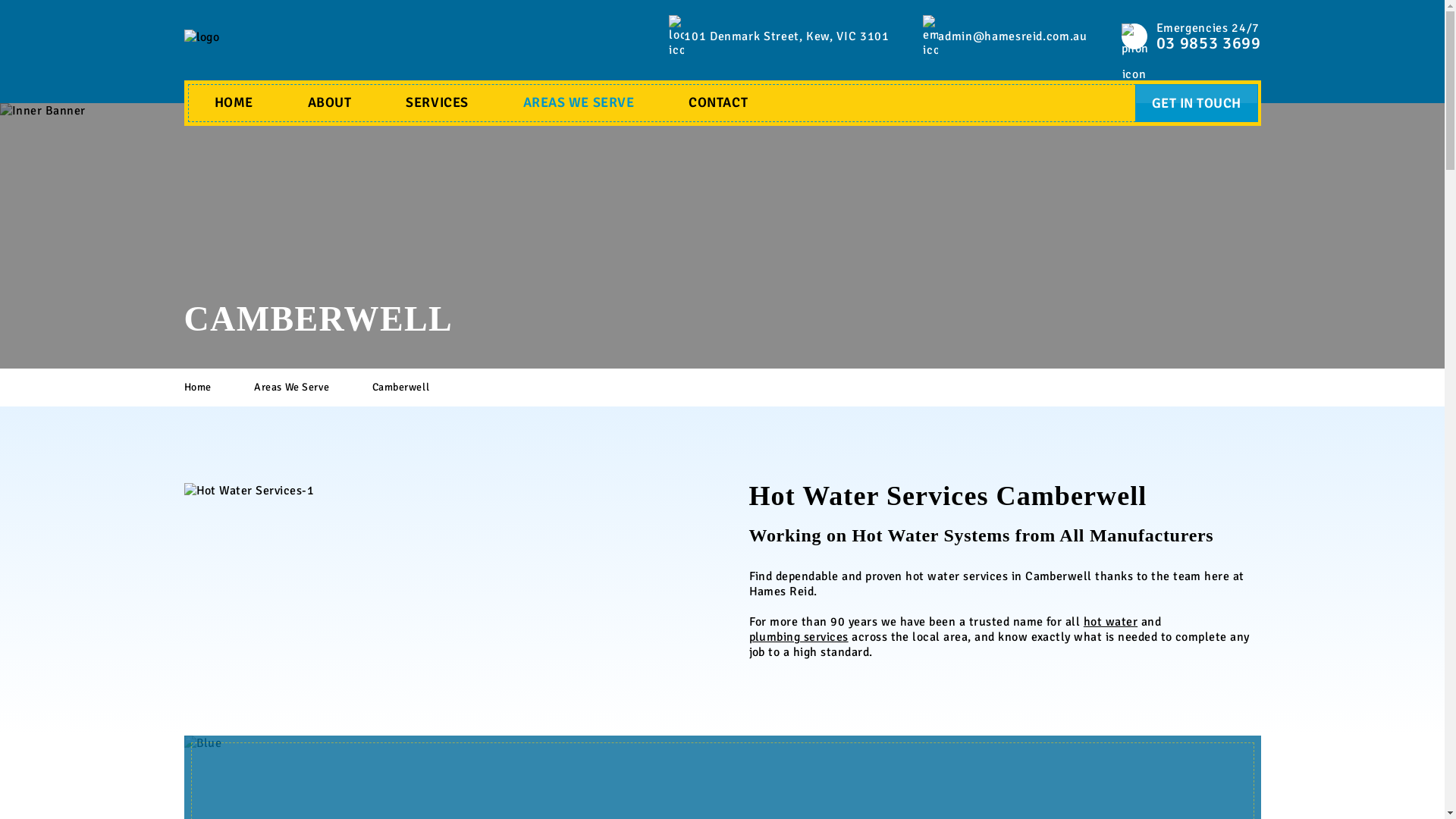 This screenshot has width=1456, height=819. What do you see at coordinates (1196, 102) in the screenshot?
I see `'GET IN TOUCH'` at bounding box center [1196, 102].